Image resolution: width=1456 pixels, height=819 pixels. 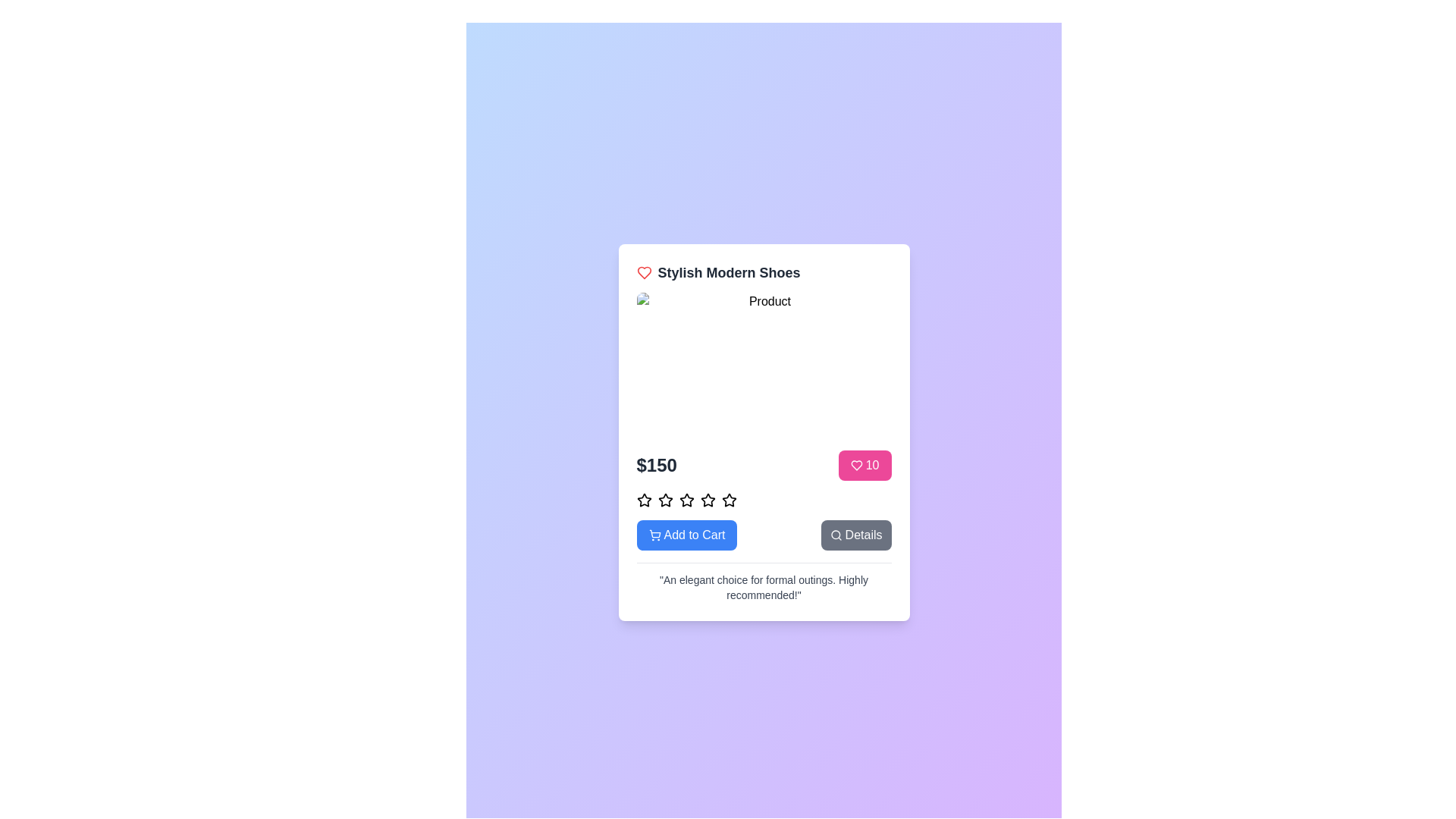 What do you see at coordinates (707, 500) in the screenshot?
I see `the sixth star icon used for rating located below the price label in the product card to provide visual feedback` at bounding box center [707, 500].